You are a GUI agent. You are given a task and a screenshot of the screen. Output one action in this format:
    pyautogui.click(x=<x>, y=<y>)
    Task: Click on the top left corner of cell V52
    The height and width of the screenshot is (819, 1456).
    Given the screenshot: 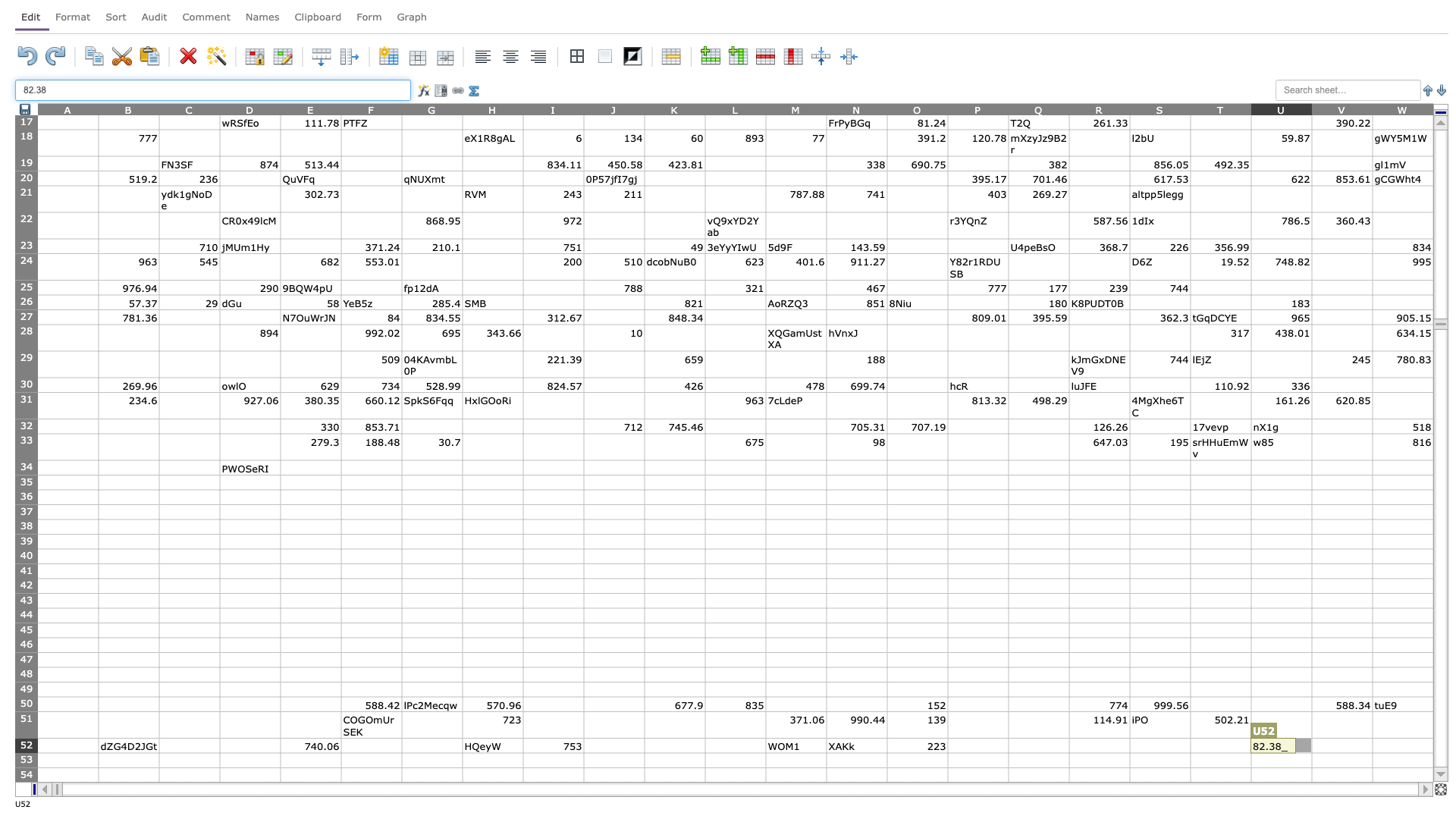 What is the action you would take?
    pyautogui.click(x=1310, y=737)
    